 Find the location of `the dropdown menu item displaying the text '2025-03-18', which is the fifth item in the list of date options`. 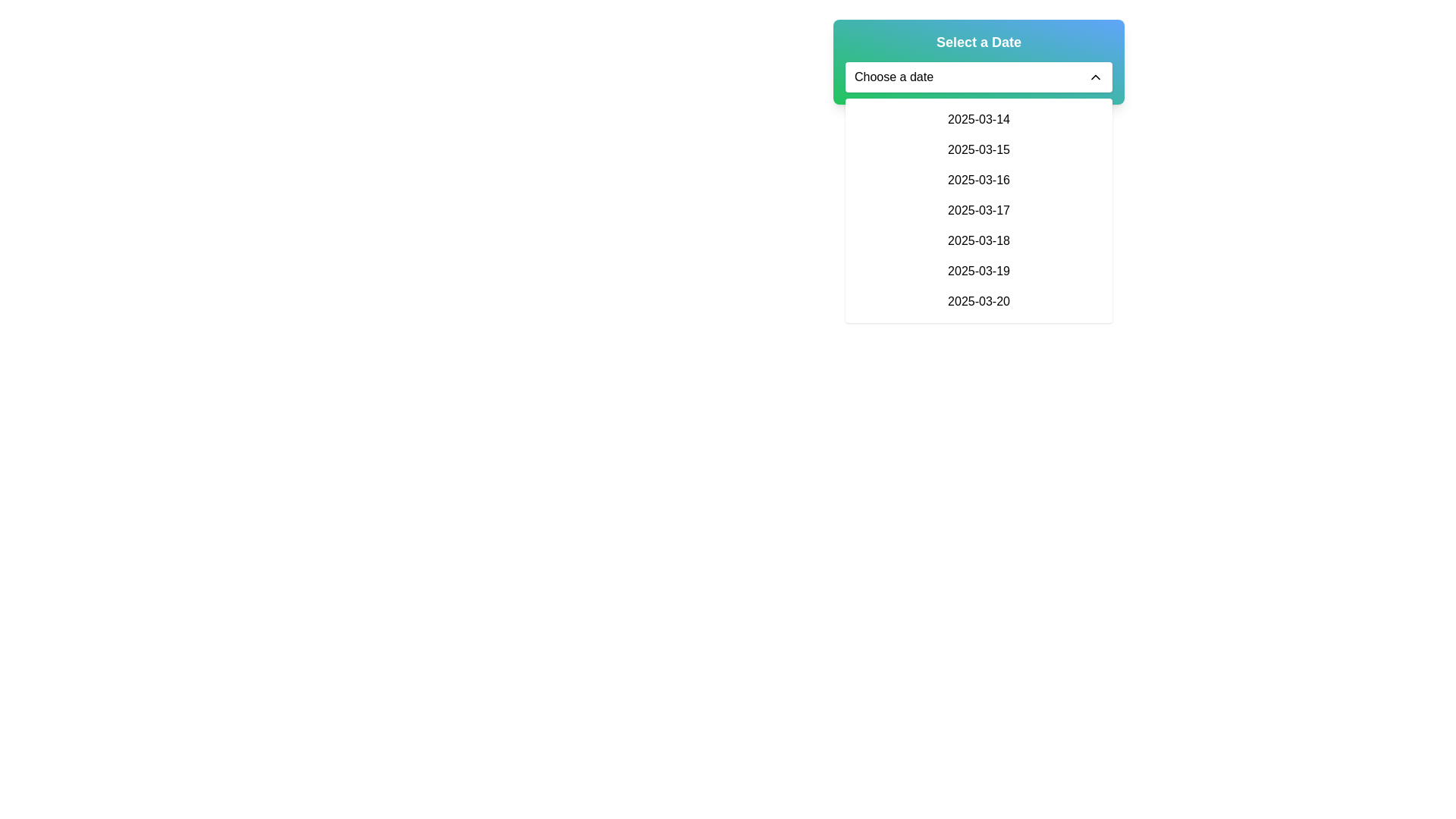

the dropdown menu item displaying the text '2025-03-18', which is the fifth item in the list of date options is located at coordinates (979, 240).